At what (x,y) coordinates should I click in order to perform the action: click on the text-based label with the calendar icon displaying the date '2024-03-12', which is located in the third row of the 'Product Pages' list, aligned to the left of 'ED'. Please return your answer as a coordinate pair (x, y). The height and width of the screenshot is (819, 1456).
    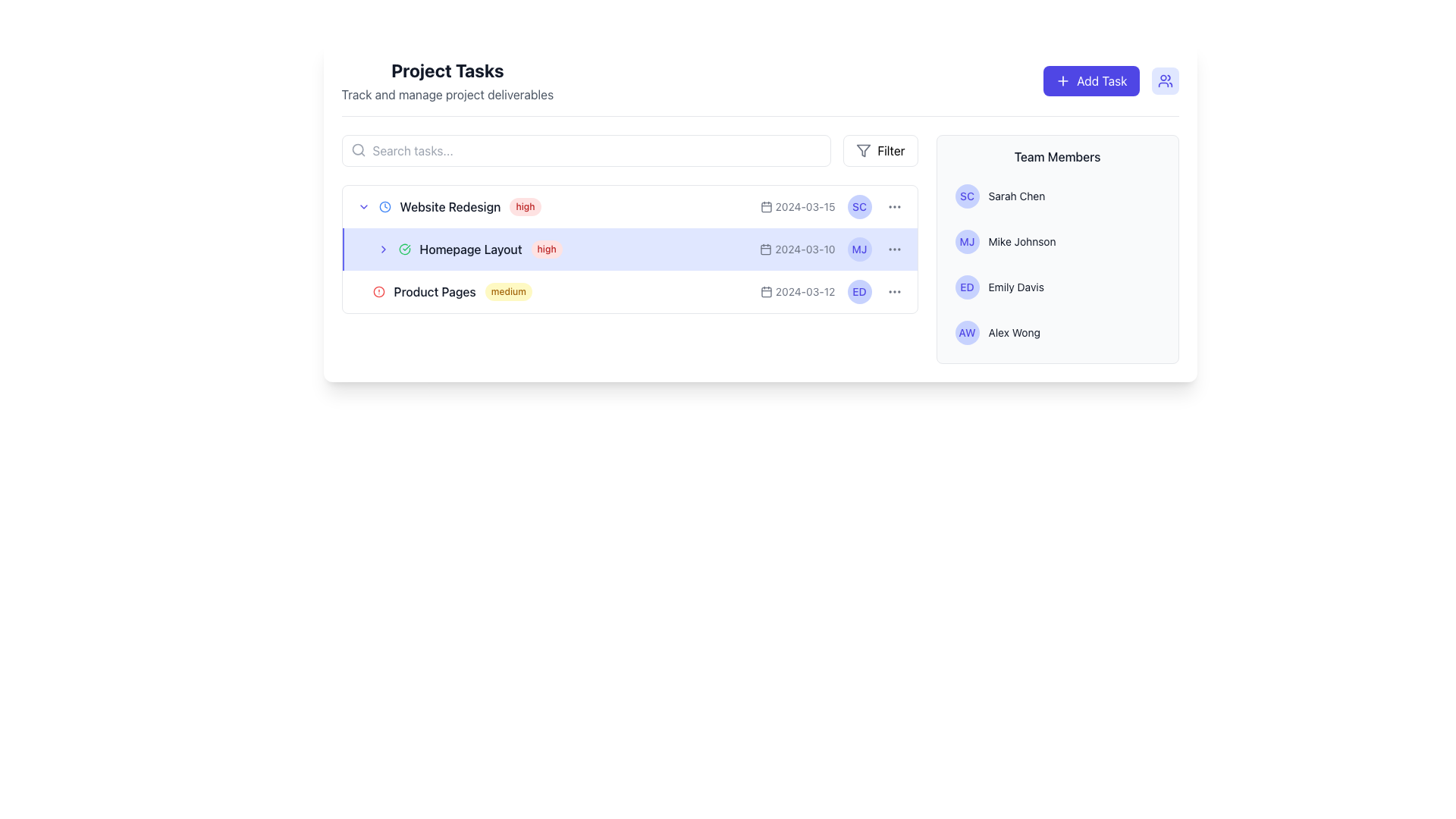
    Looking at the image, I should click on (797, 292).